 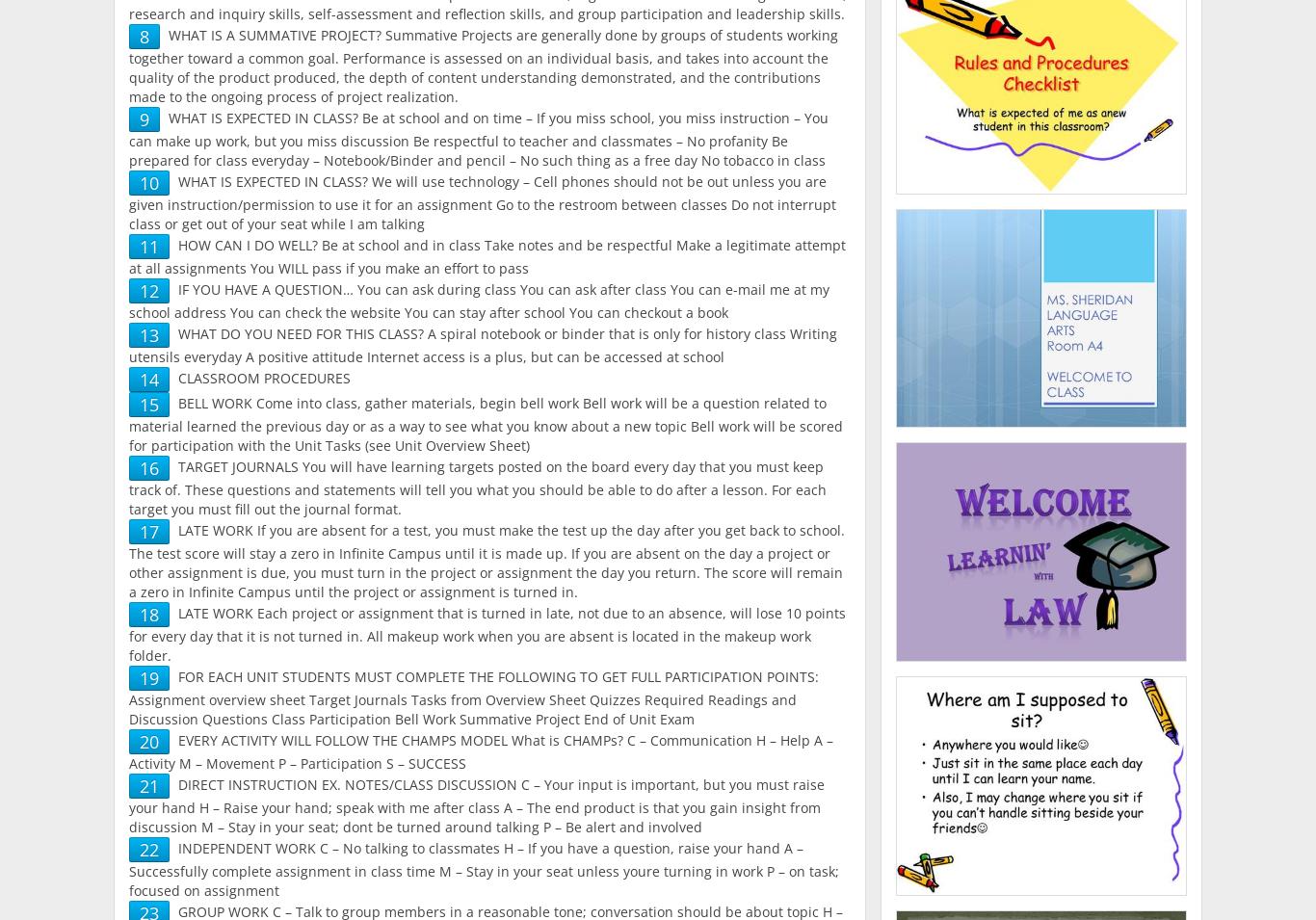 What do you see at coordinates (138, 183) in the screenshot?
I see `'10'` at bounding box center [138, 183].